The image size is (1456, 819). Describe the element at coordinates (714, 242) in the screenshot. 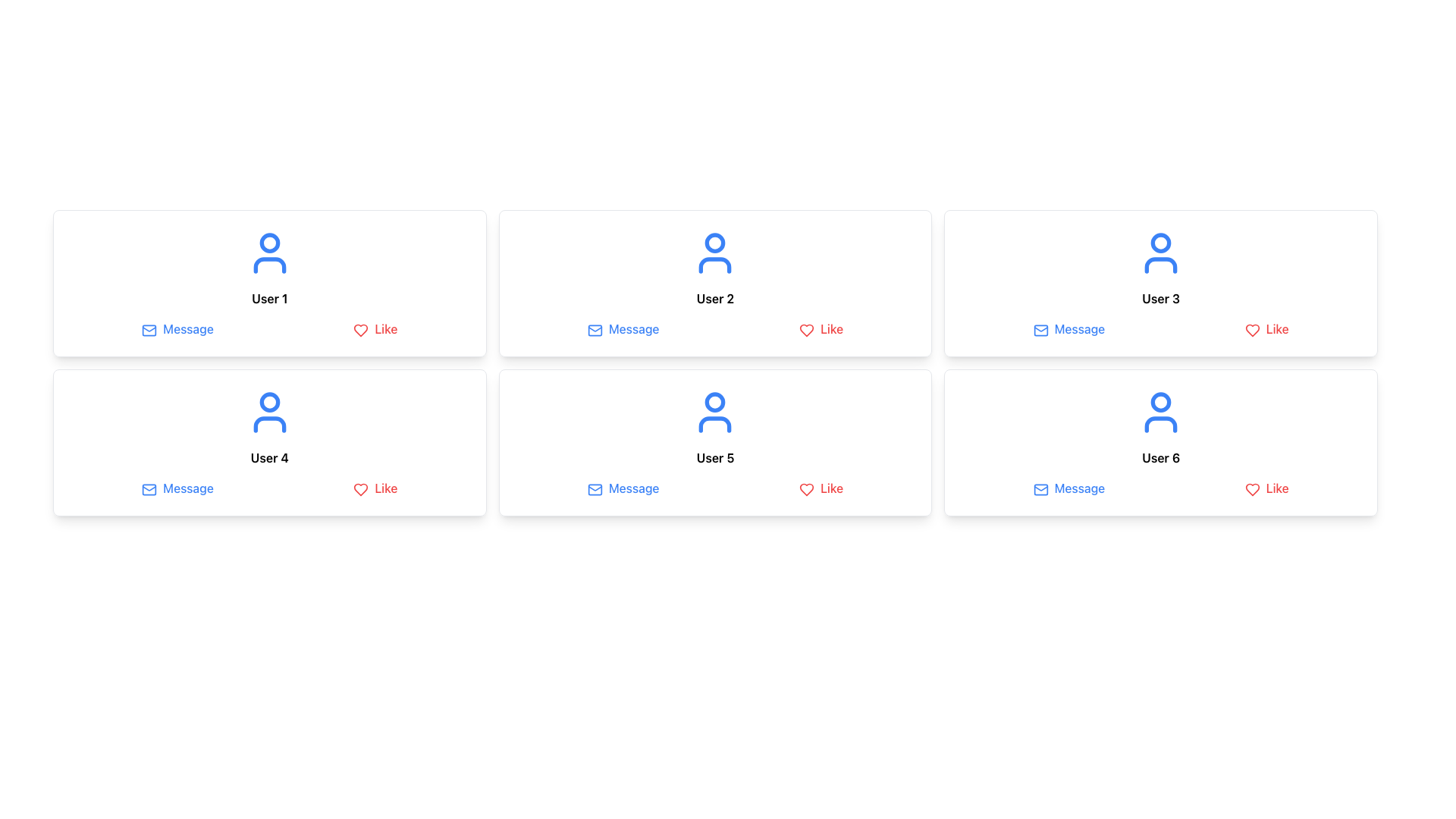

I see `the blue outlined circle located at the center of the head icon in the second user profile card ('User 2') in the top row of the layout` at that location.